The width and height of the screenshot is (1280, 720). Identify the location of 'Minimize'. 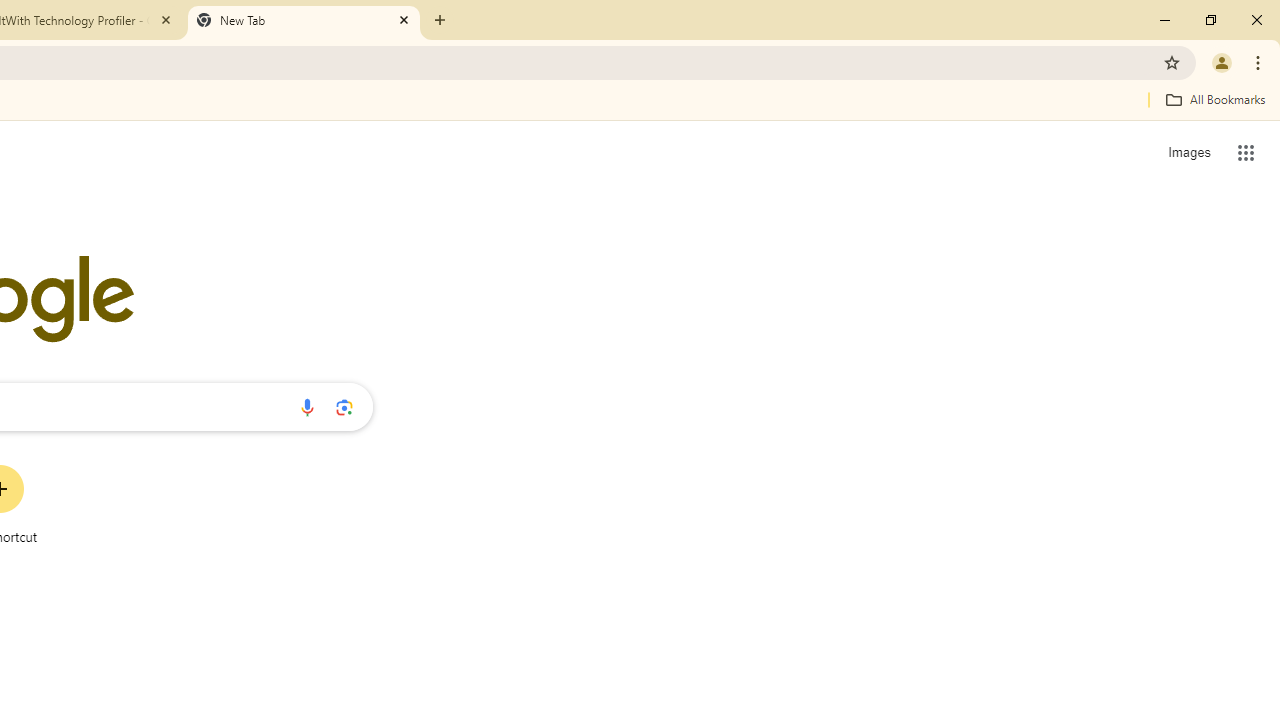
(1165, 20).